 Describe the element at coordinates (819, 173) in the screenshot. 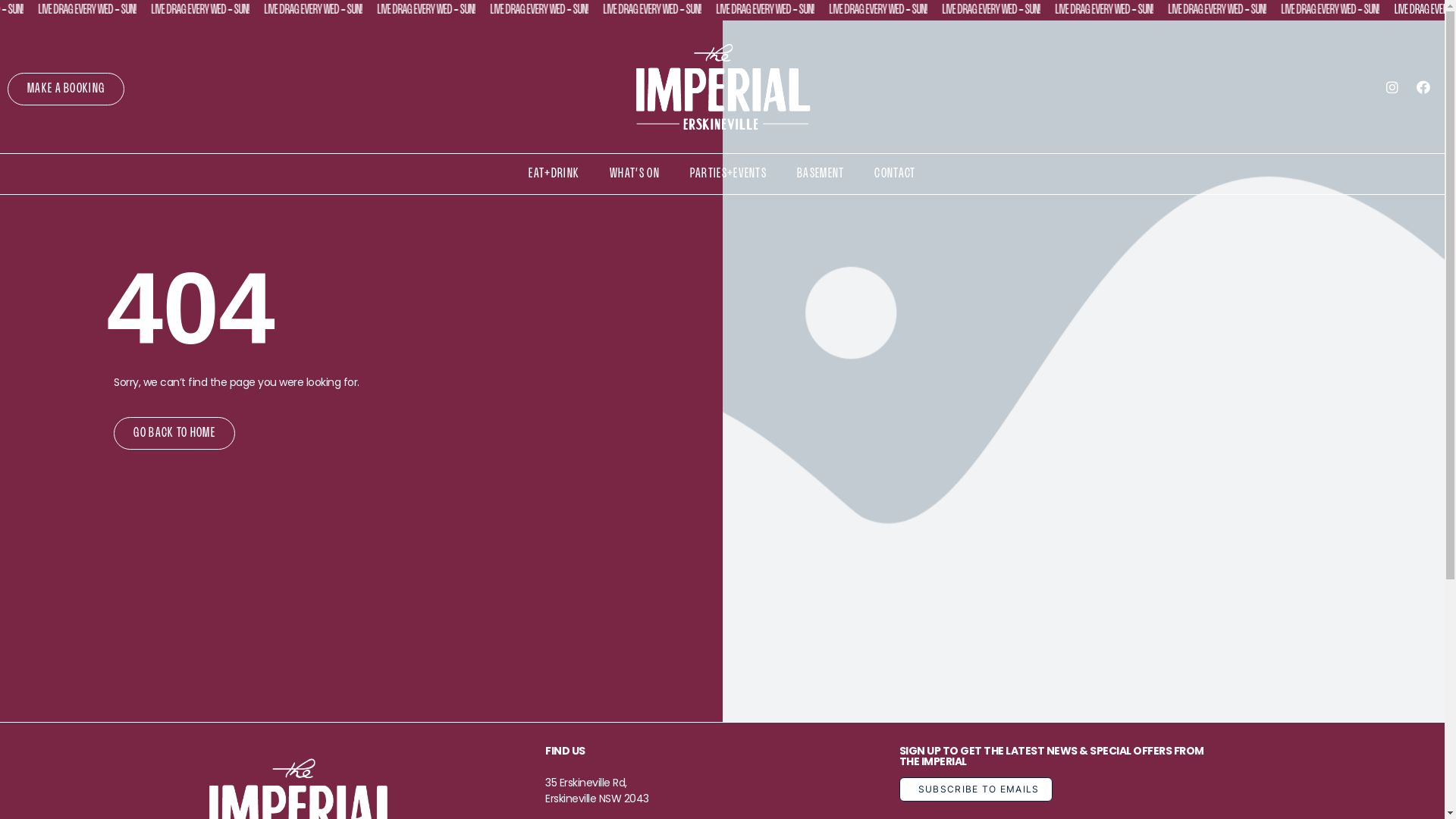

I see `'BASEMENT'` at that location.